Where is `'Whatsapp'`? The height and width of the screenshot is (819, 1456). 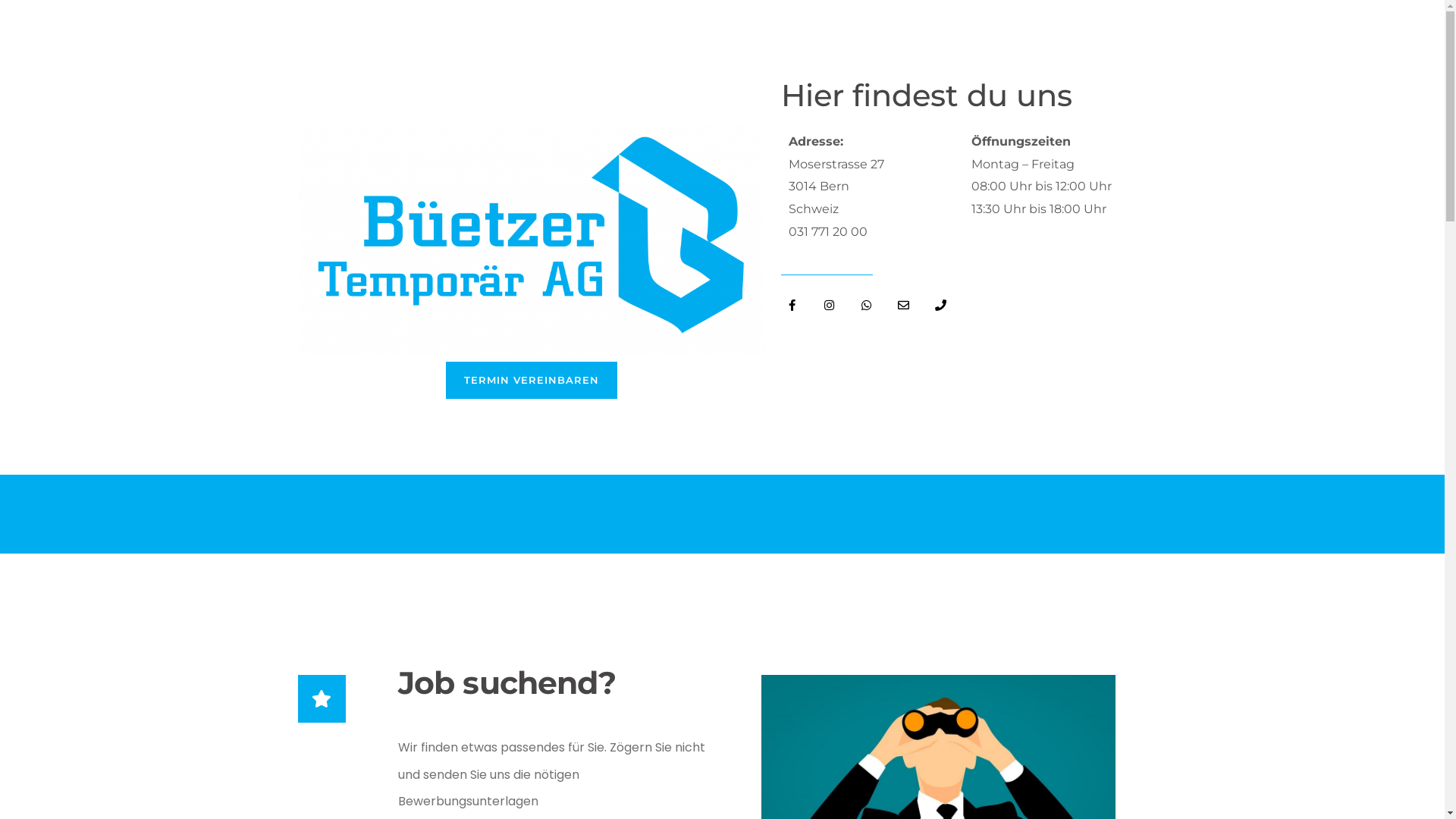 'Whatsapp' is located at coordinates (855, 305).